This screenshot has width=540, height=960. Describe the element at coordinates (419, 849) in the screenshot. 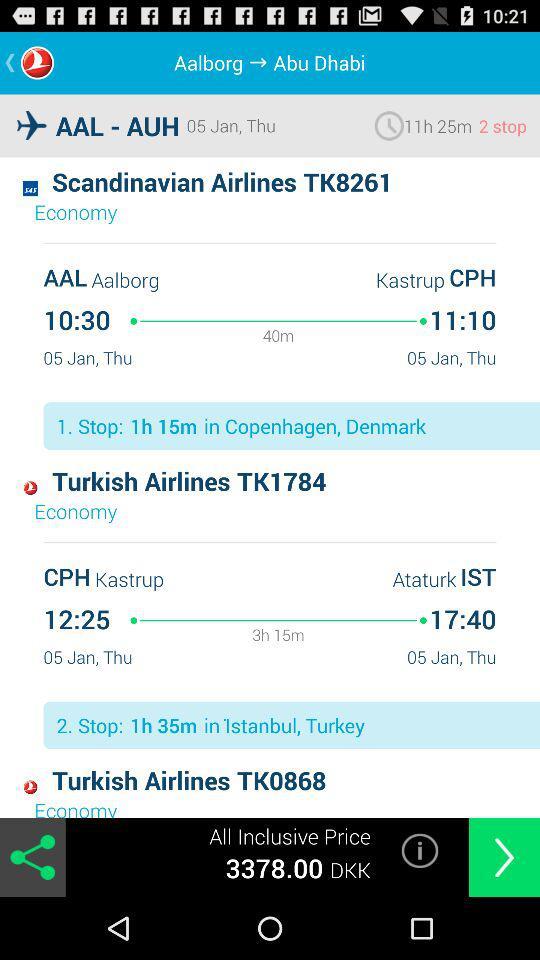

I see `the icon next to the all inclusive price` at that location.